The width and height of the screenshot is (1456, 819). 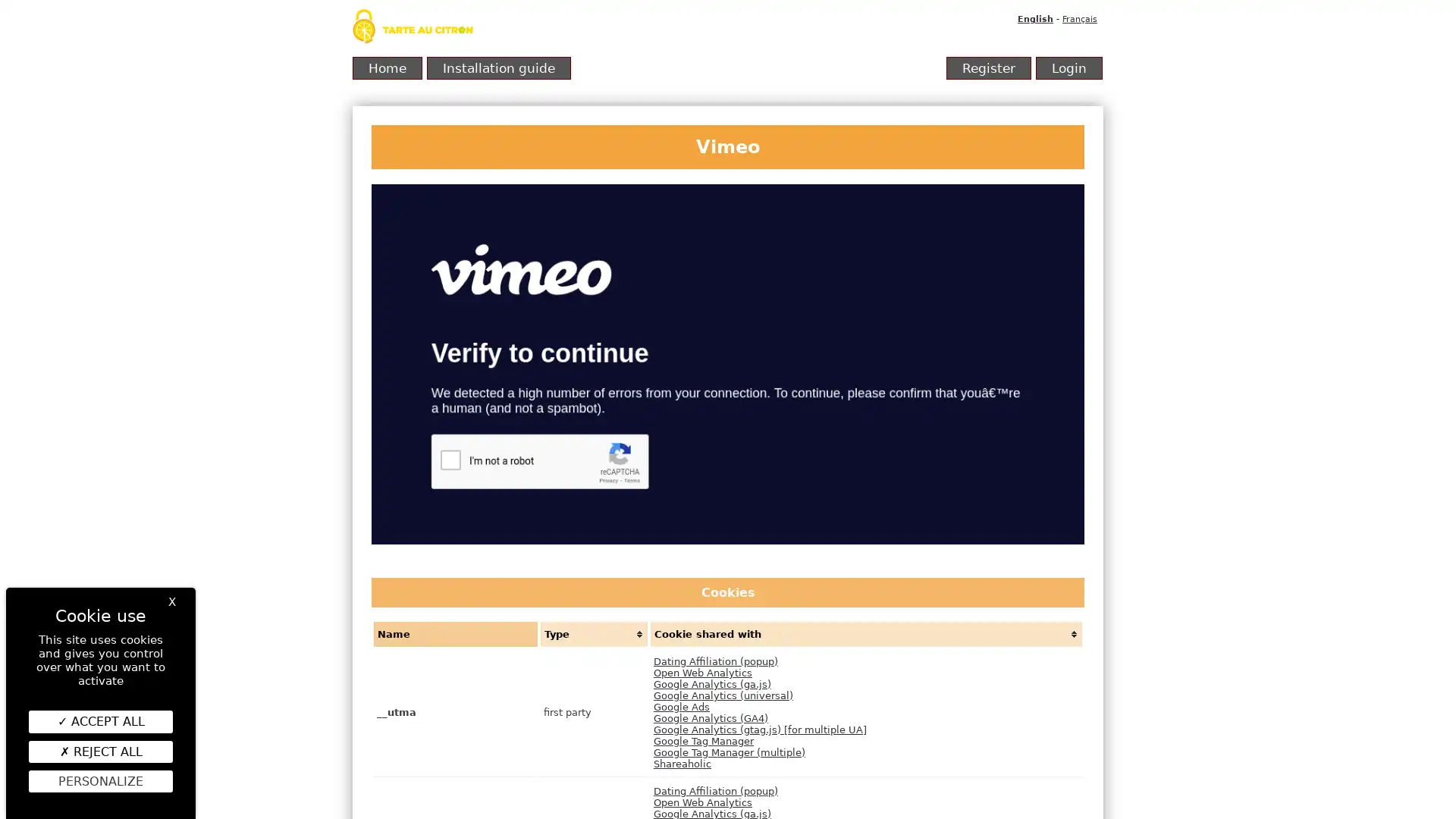 What do you see at coordinates (100, 751) in the screenshot?
I see `REJECT ALL` at bounding box center [100, 751].